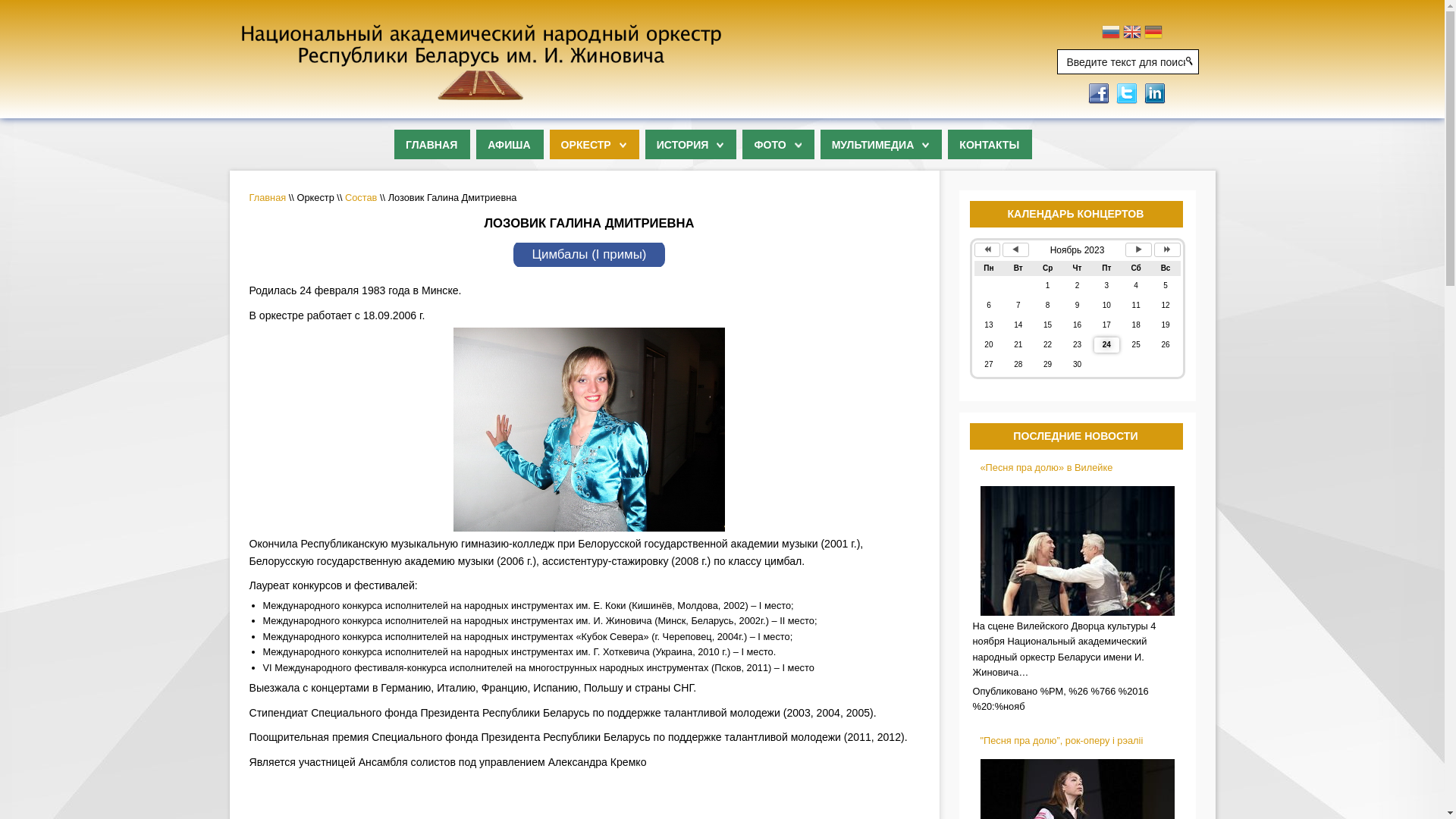 The height and width of the screenshot is (819, 1456). Describe the element at coordinates (1142, 92) in the screenshot. I see `'Submit to LinkedIn'` at that location.